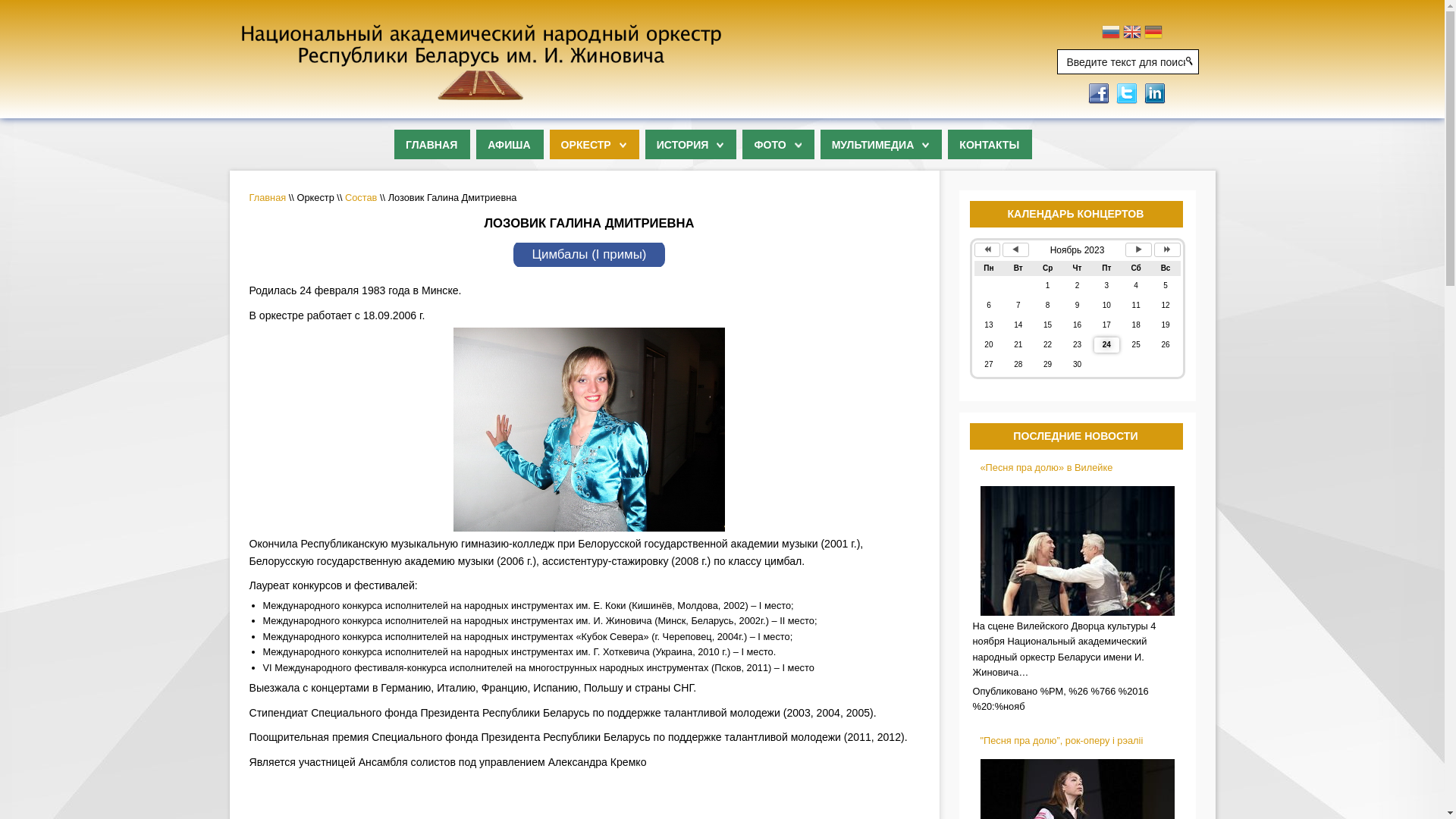 The height and width of the screenshot is (819, 1456). Describe the element at coordinates (1142, 92) in the screenshot. I see `'Submit to LinkedIn'` at that location.